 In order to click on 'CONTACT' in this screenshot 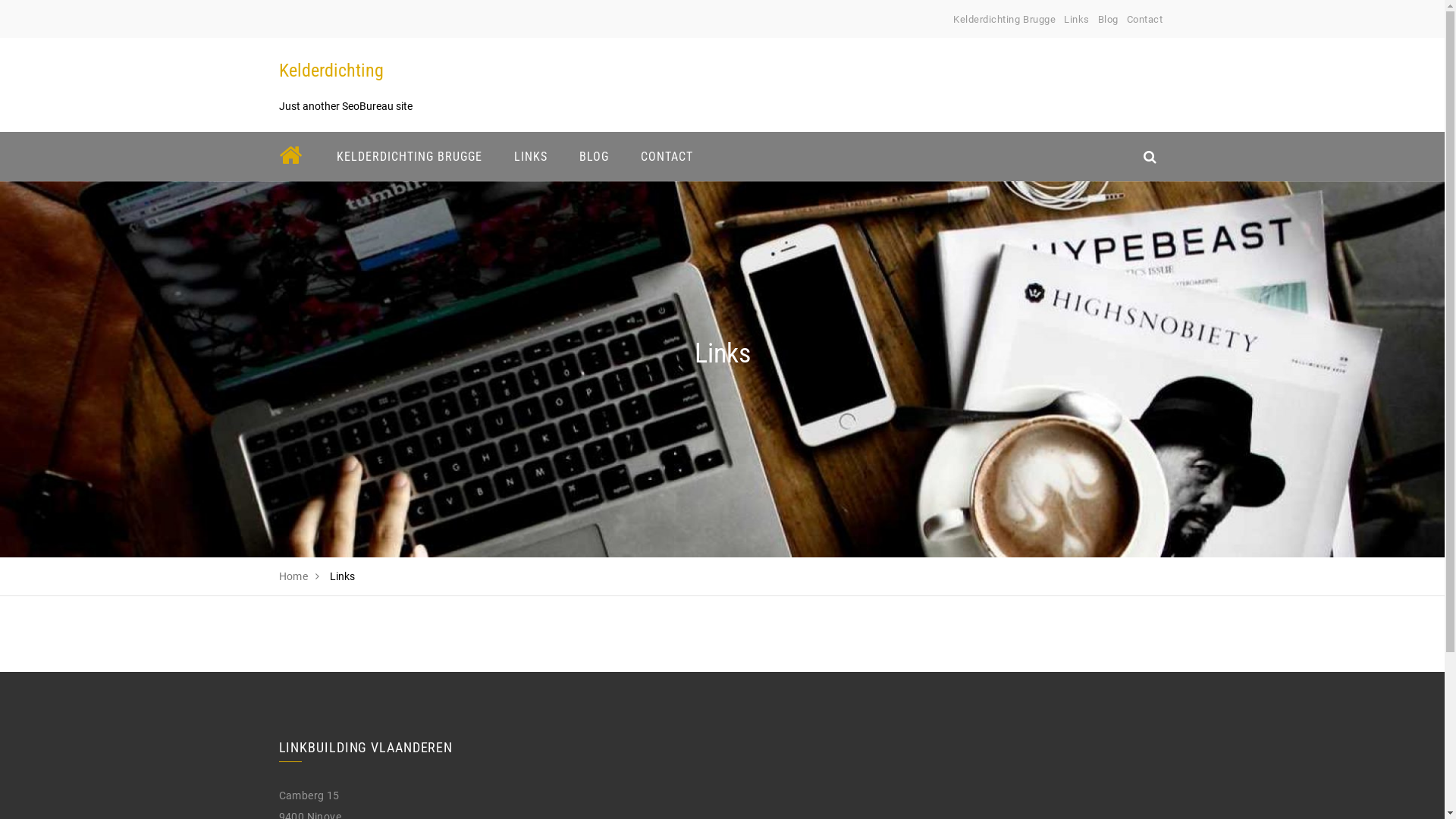, I will do `click(630, 156)`.